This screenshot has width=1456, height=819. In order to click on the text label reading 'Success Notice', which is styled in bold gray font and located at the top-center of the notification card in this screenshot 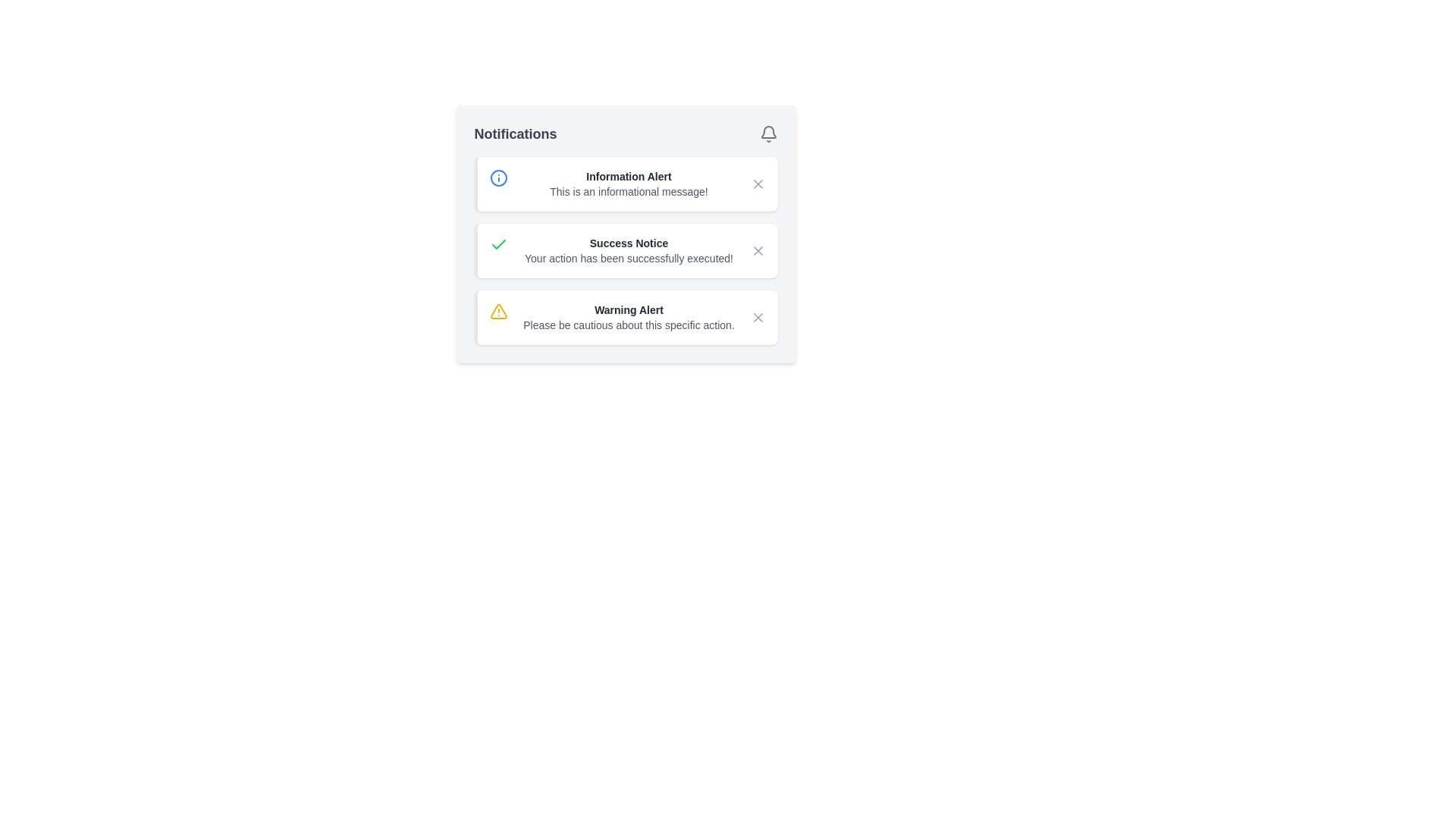, I will do `click(629, 242)`.